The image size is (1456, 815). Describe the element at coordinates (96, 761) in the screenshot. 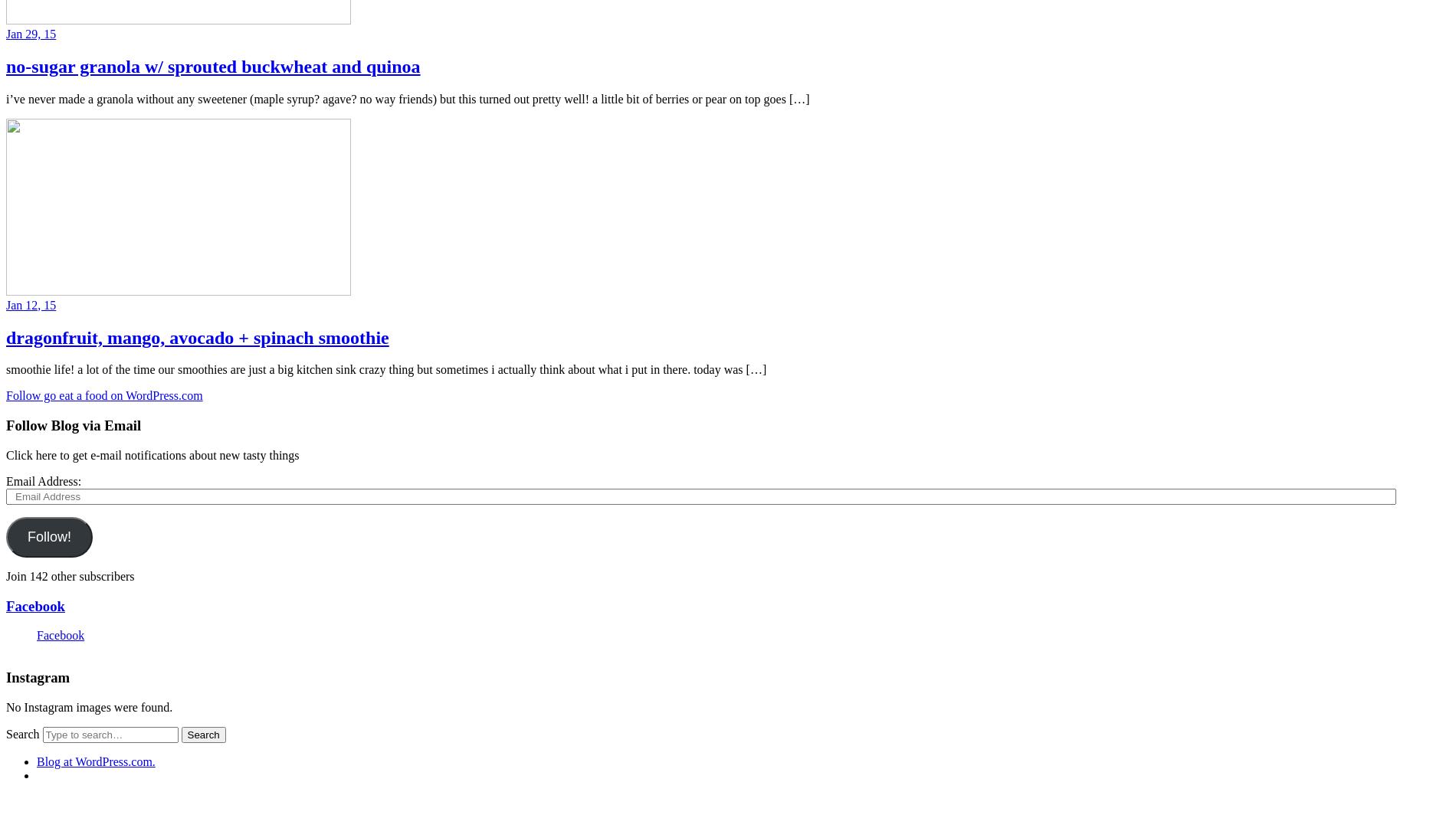

I see `'Blog at WordPress.com.'` at that location.